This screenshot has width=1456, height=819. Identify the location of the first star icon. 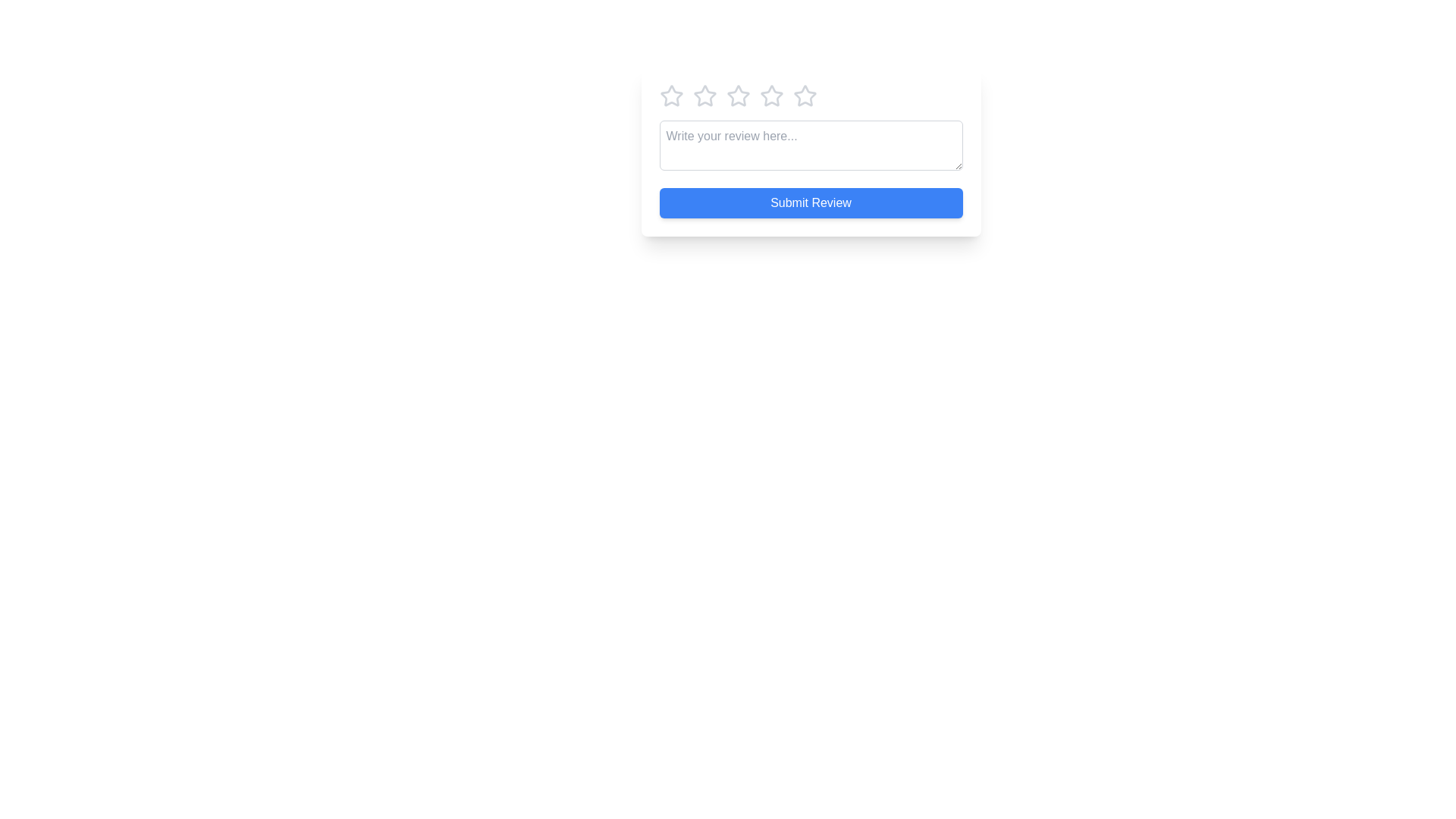
(704, 96).